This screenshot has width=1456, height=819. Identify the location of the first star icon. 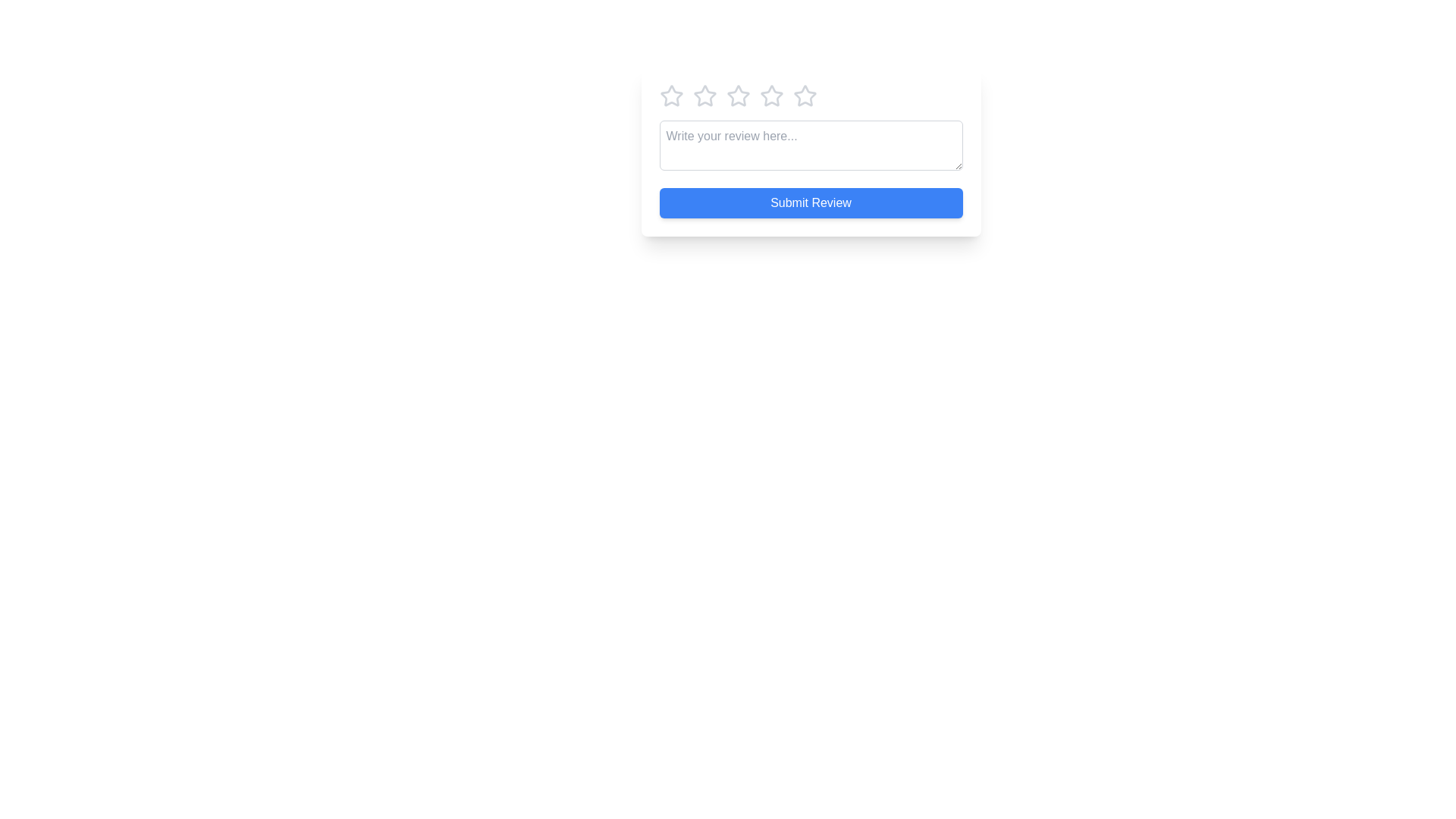
(704, 96).